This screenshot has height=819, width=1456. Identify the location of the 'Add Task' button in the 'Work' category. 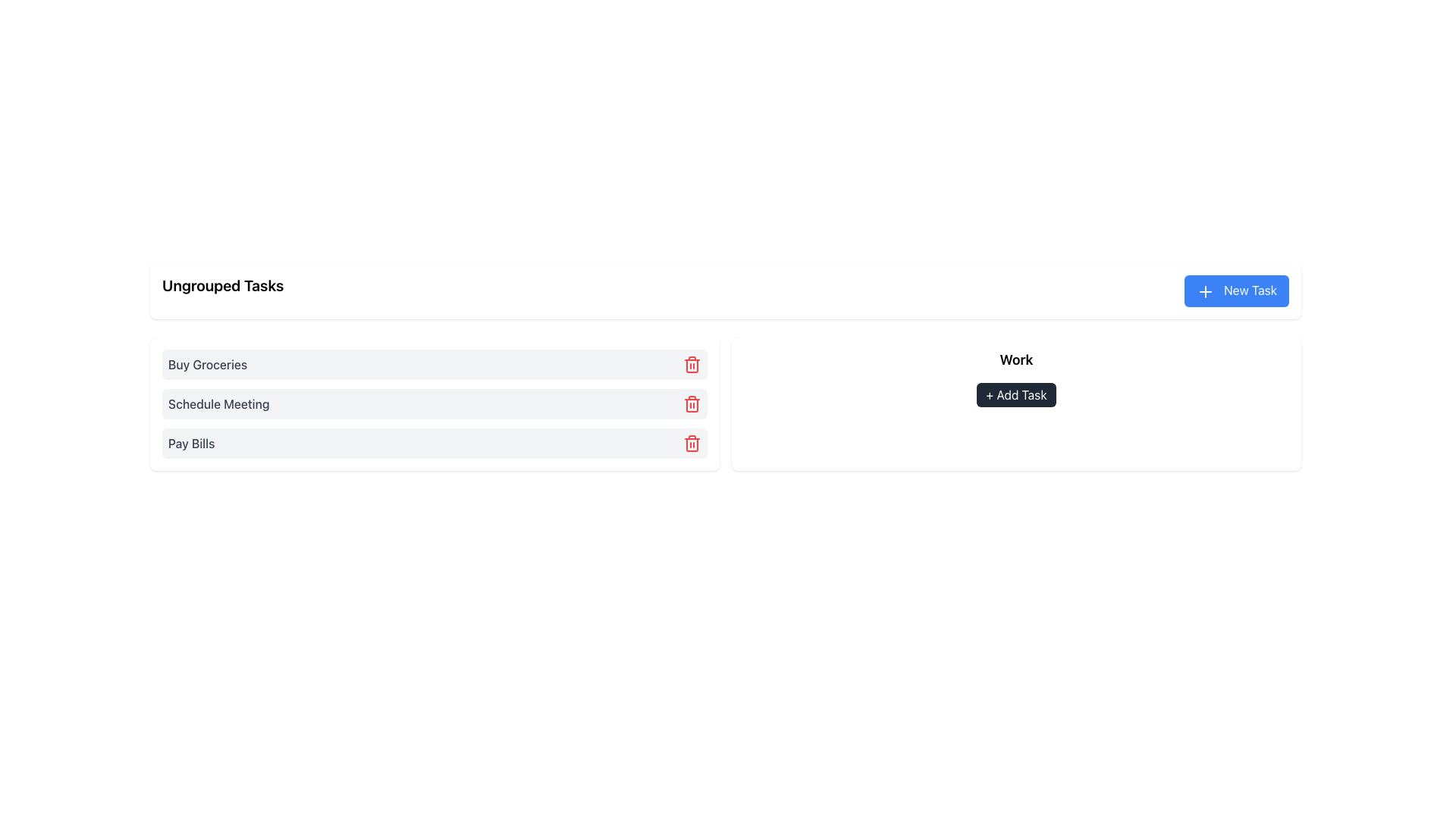
(1016, 394).